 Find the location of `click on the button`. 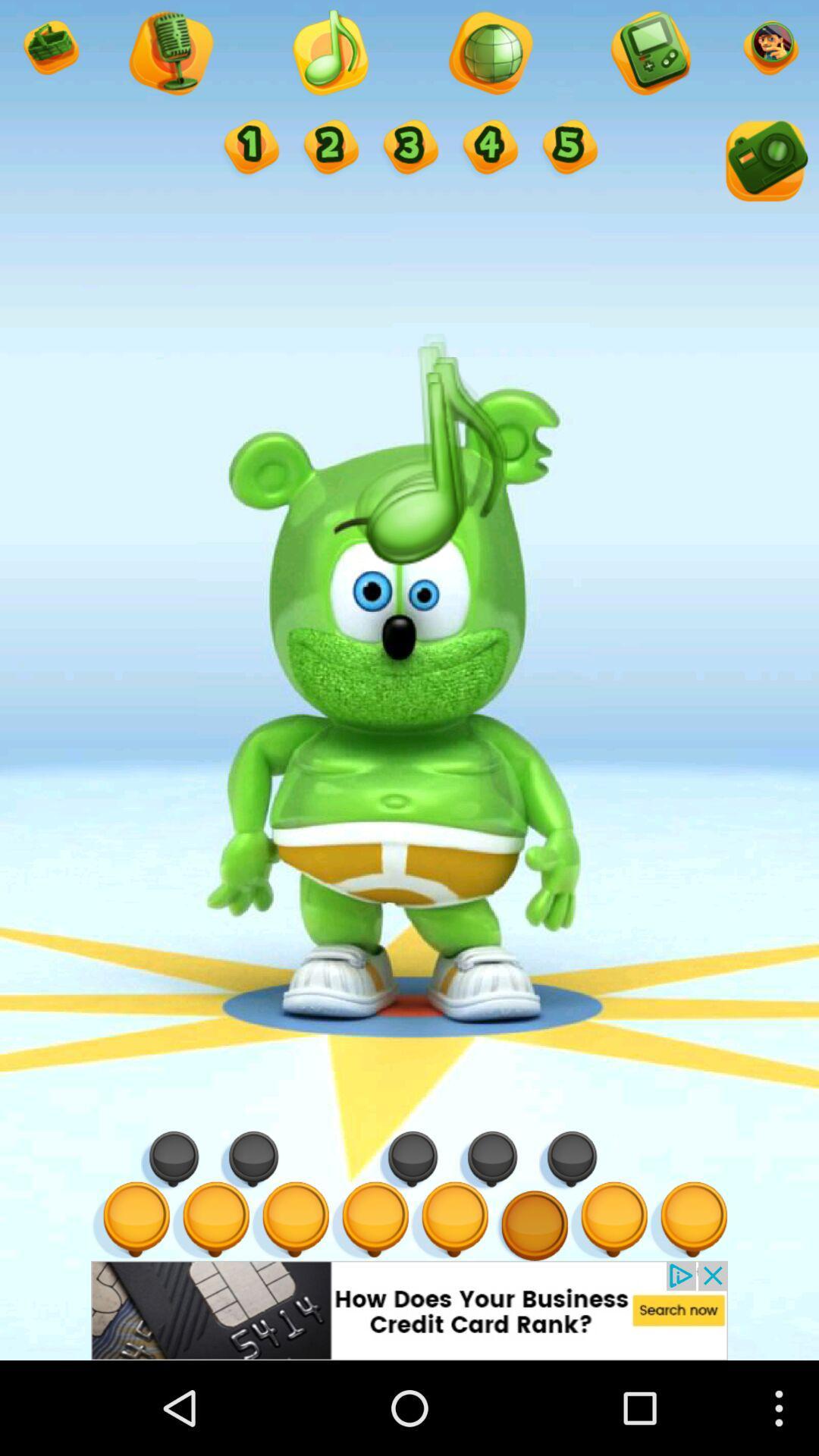

click on the button is located at coordinates (408, 149).